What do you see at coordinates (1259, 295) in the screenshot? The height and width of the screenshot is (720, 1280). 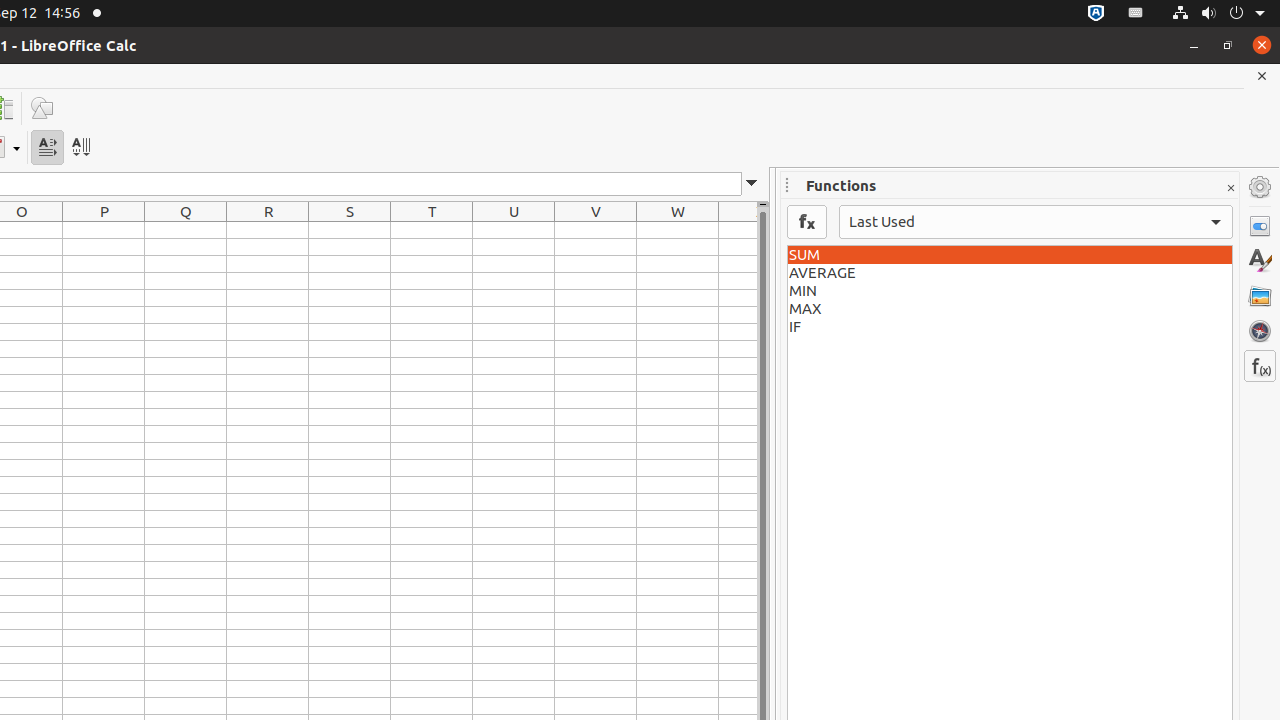 I see `'Gallery'` at bounding box center [1259, 295].